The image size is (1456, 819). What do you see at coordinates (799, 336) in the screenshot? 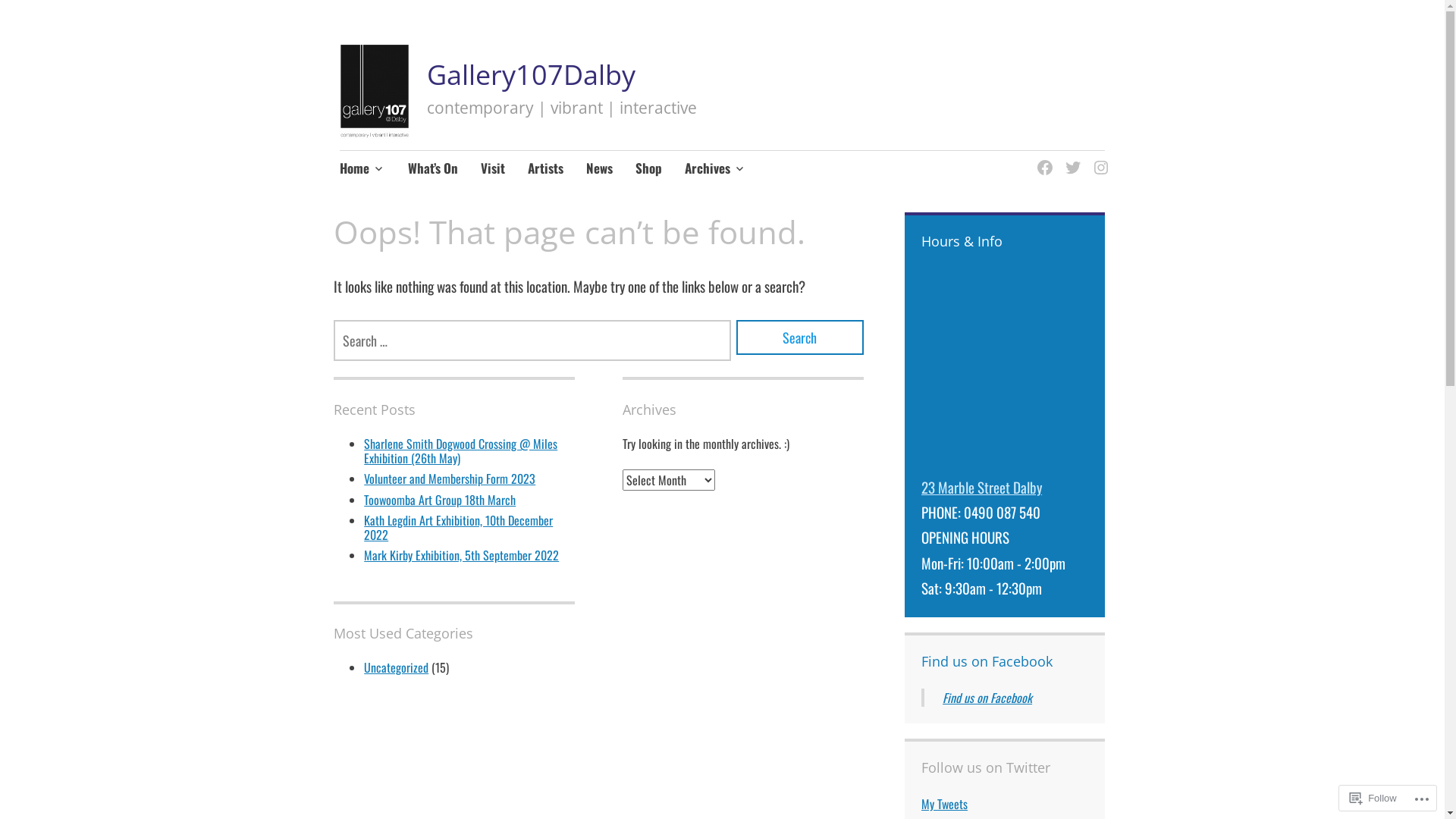
I see `'Search'` at bounding box center [799, 336].